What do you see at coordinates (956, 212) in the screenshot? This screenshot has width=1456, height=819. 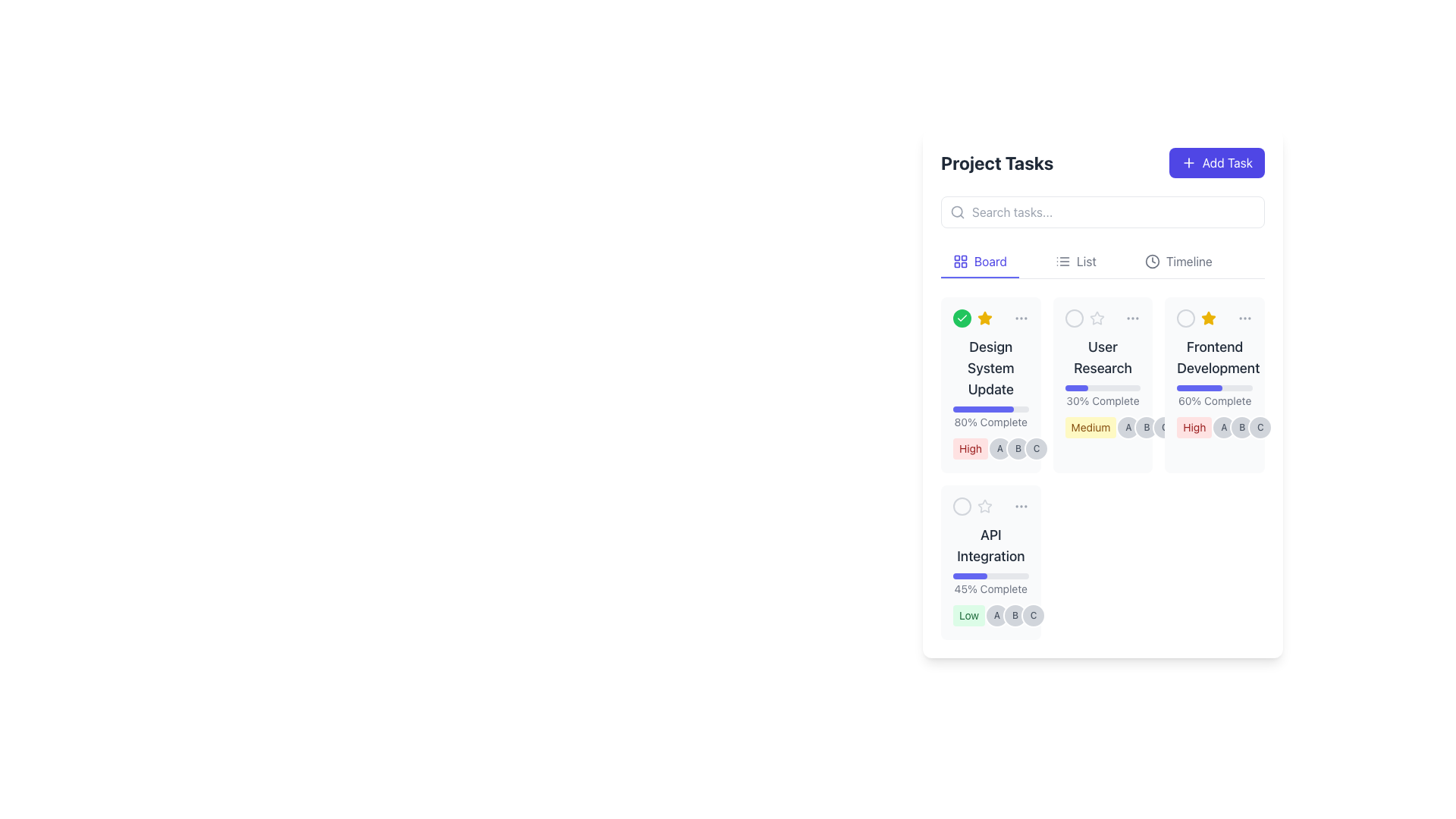 I see `the magnifying glass icon located to the far left of the search input field, which visually indicates the search function` at bounding box center [956, 212].